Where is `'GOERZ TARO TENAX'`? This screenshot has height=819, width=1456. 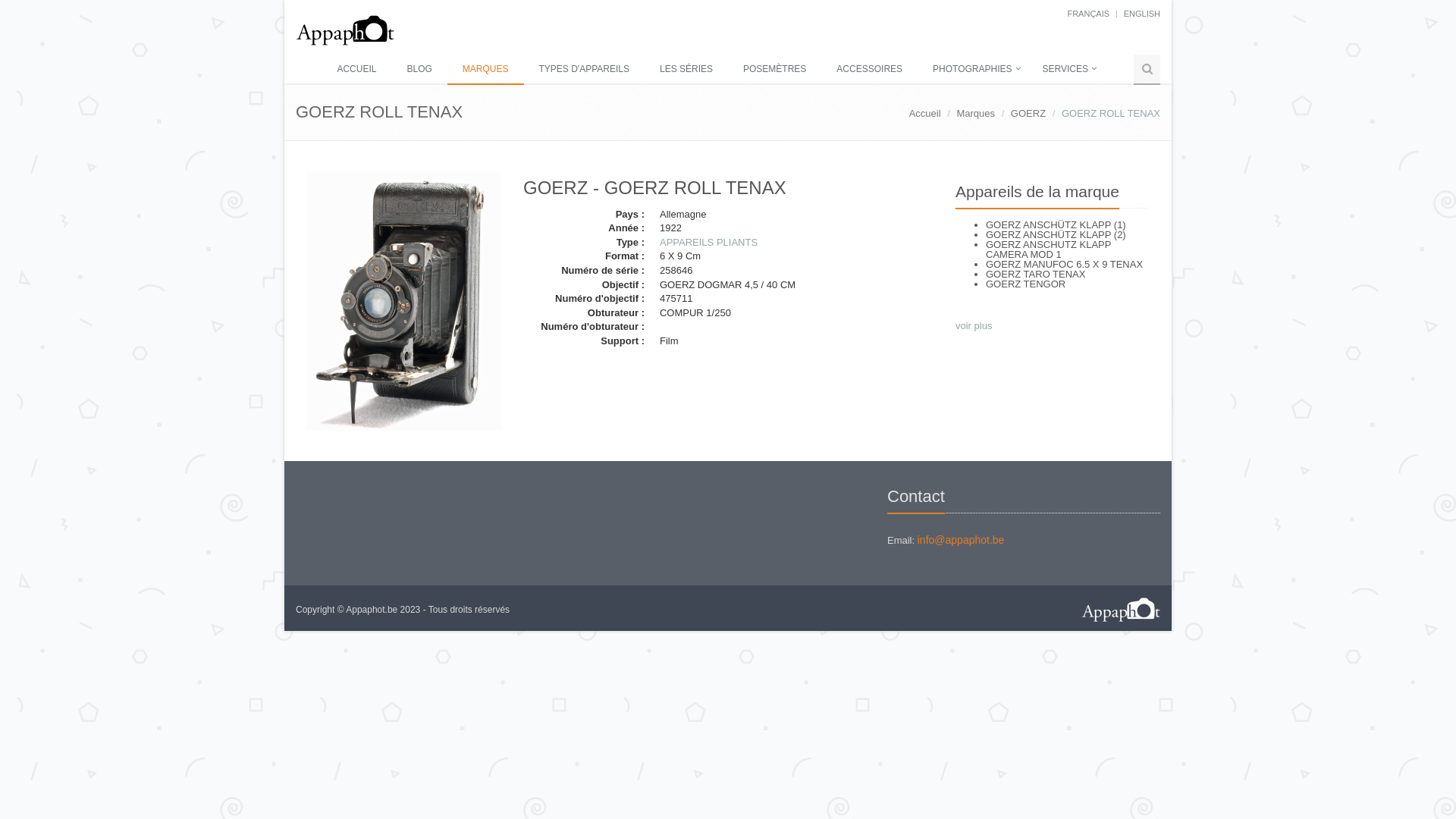 'GOERZ TARO TENAX' is located at coordinates (986, 274).